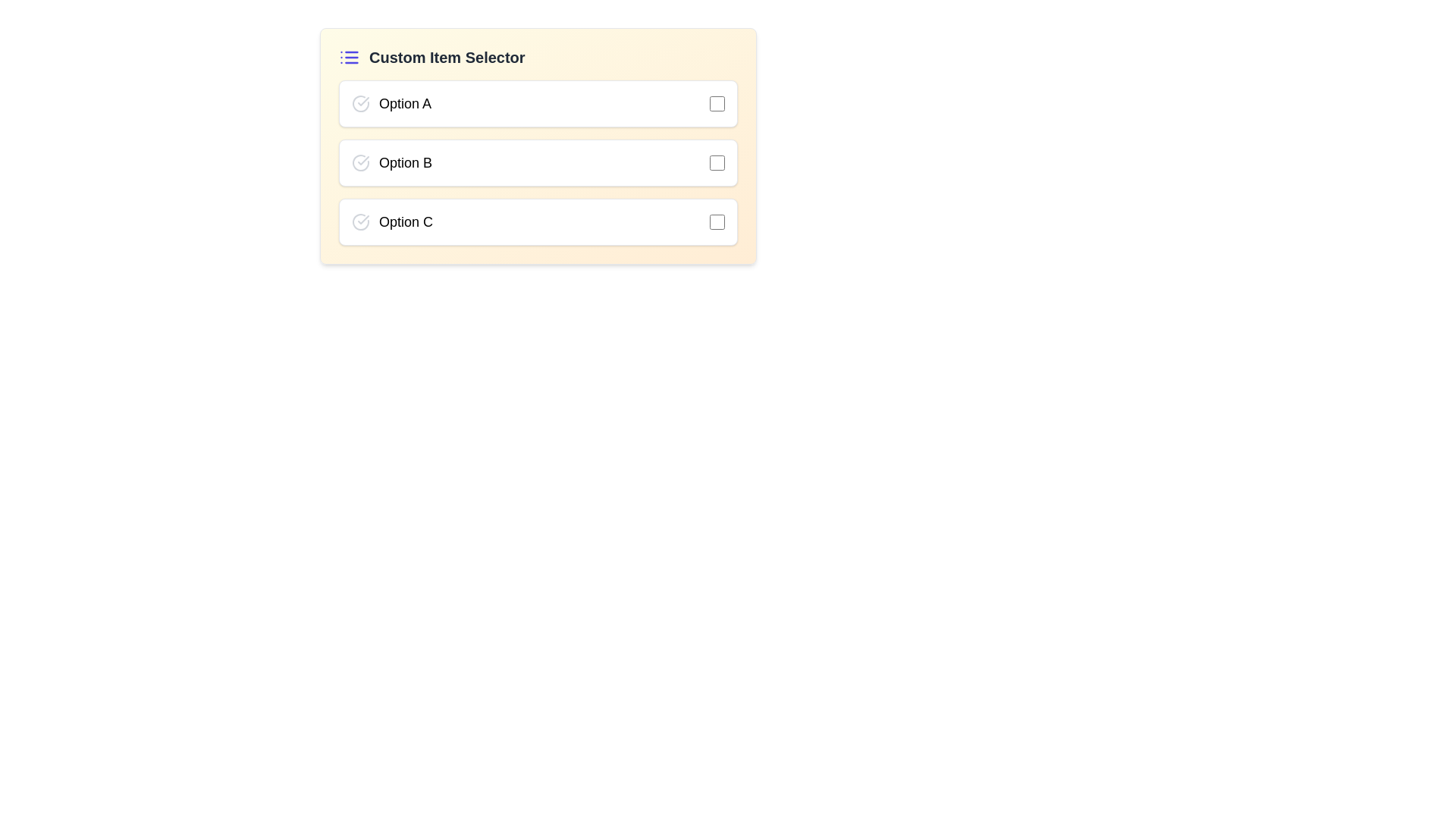 The width and height of the screenshot is (1456, 819). I want to click on the text label for 'Option B', which is the second item in a vertical list under 'Custom Item Selector', so click(392, 163).